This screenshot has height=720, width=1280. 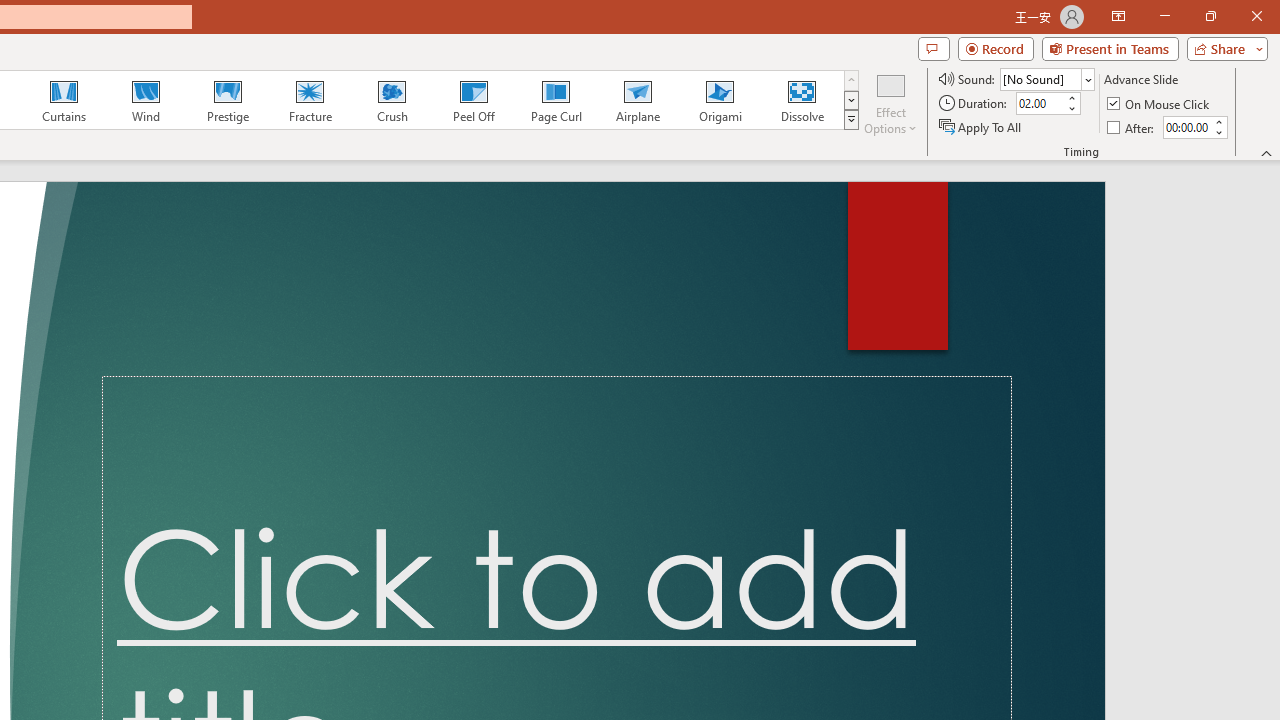 I want to click on 'Origami', so click(x=720, y=100).